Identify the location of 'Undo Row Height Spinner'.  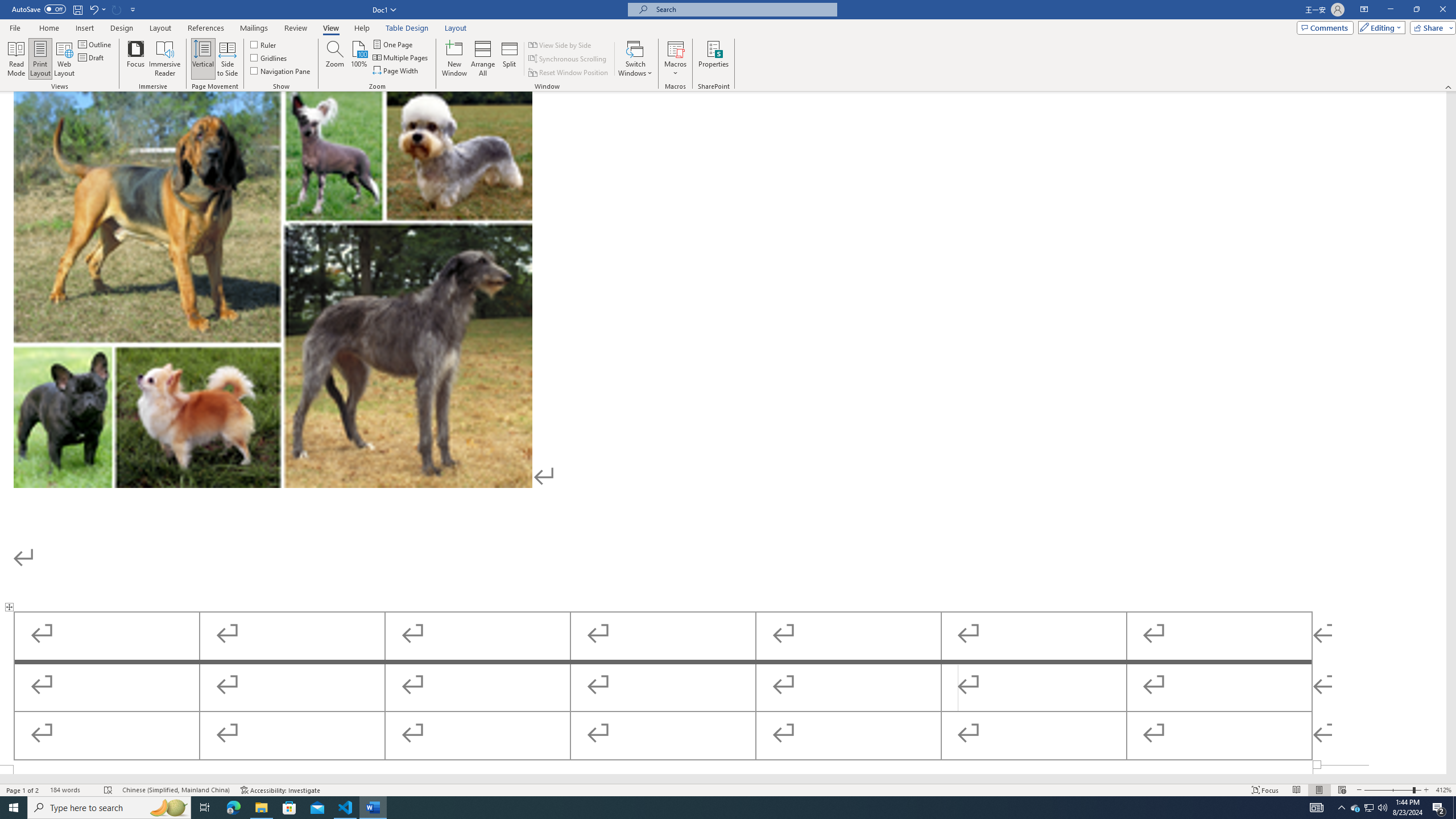
(93, 9).